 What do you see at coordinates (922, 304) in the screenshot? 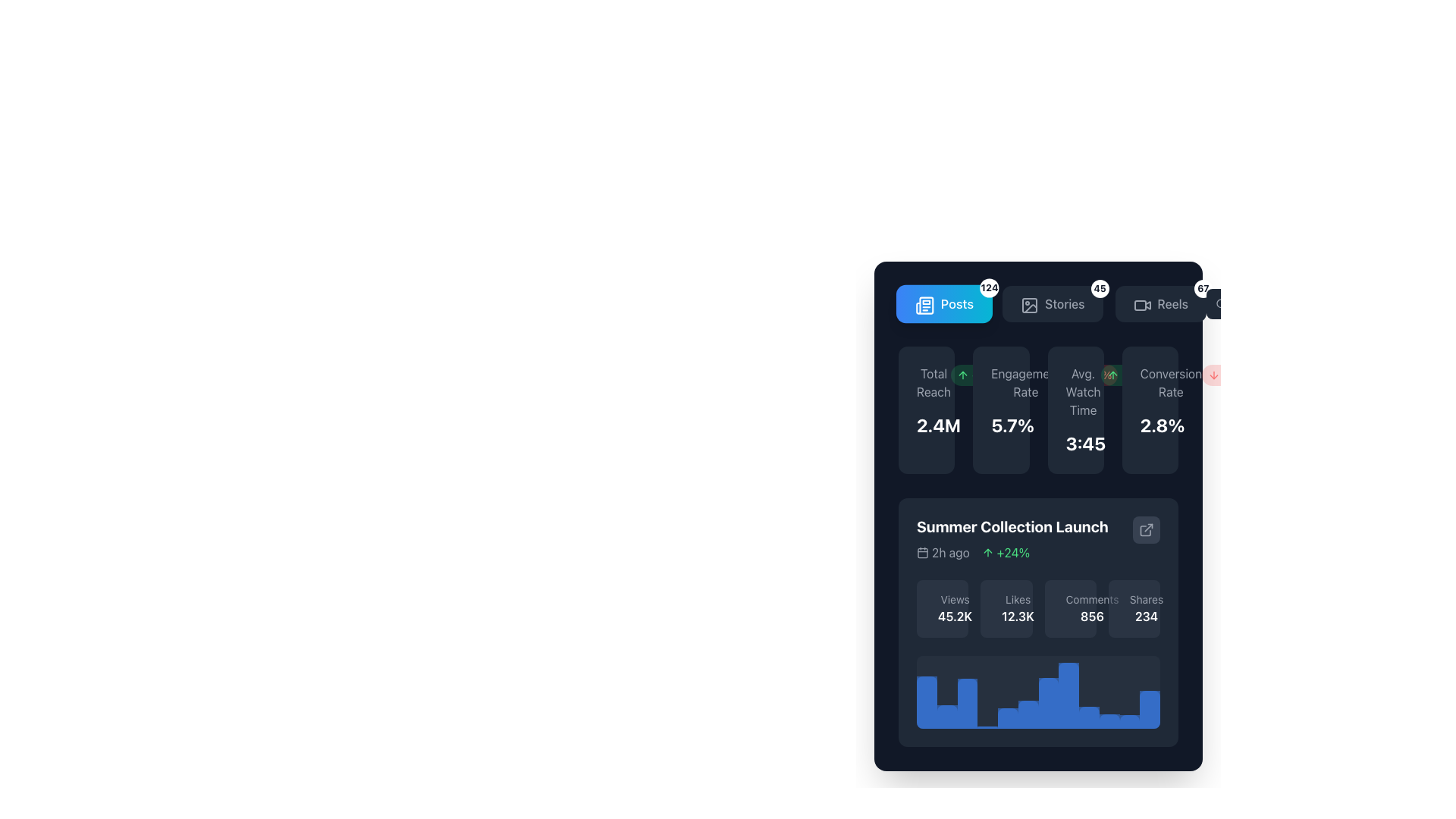
I see `the icon featuring a simplified newspaper design, which is styled with a blue and cyan gradient background and located to the left of the 'Posts' text and near the counter '124'` at bounding box center [922, 304].